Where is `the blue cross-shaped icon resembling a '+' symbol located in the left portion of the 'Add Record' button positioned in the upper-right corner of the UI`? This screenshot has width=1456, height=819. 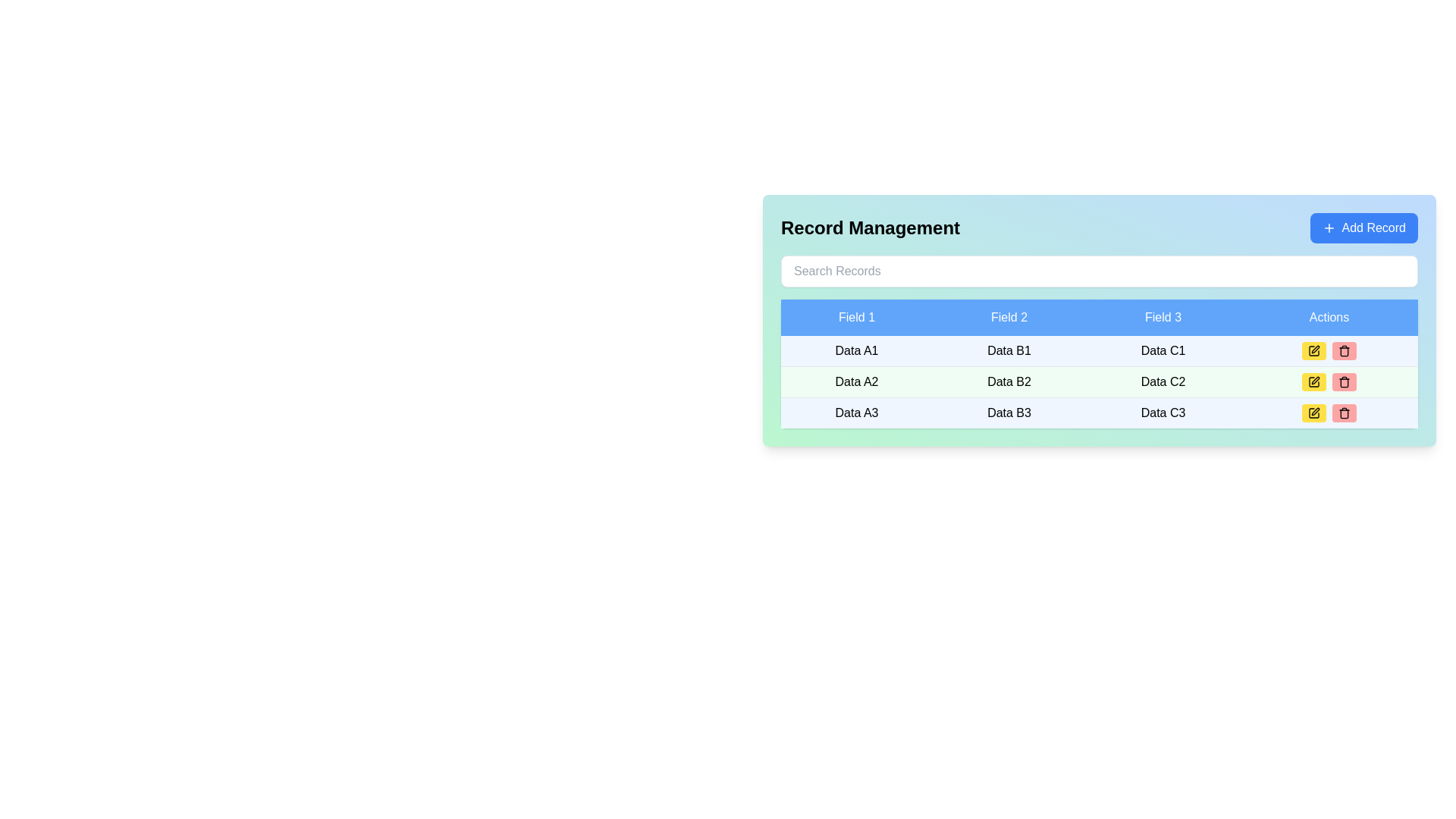
the blue cross-shaped icon resembling a '+' symbol located in the left portion of the 'Add Record' button positioned in the upper-right corner of the UI is located at coordinates (1328, 227).